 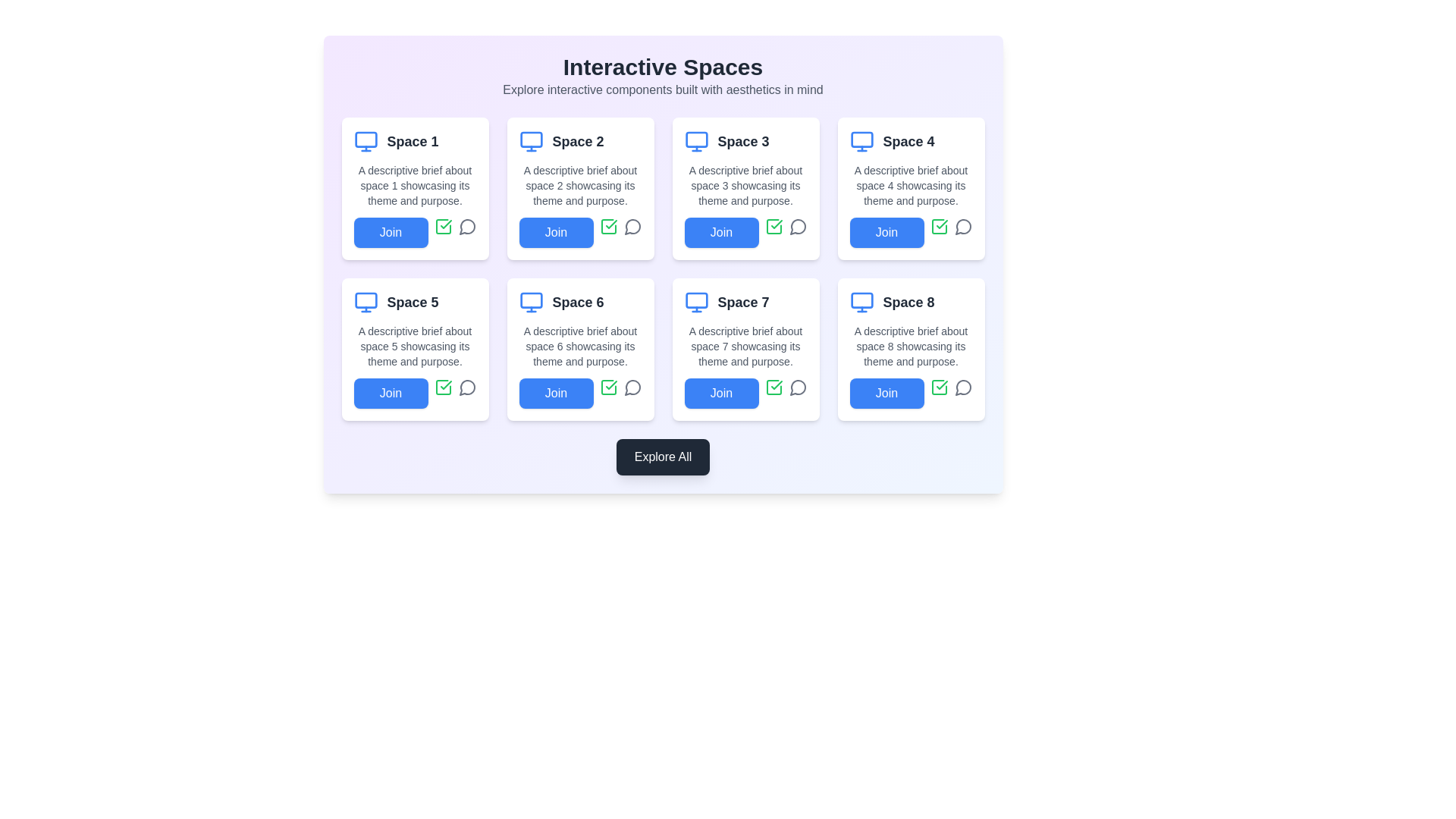 What do you see at coordinates (910, 346) in the screenshot?
I see `description text styled in small gray font located beneath the title 'Space 8' and above the 'Join' button in the card of 'Space 8'` at bounding box center [910, 346].